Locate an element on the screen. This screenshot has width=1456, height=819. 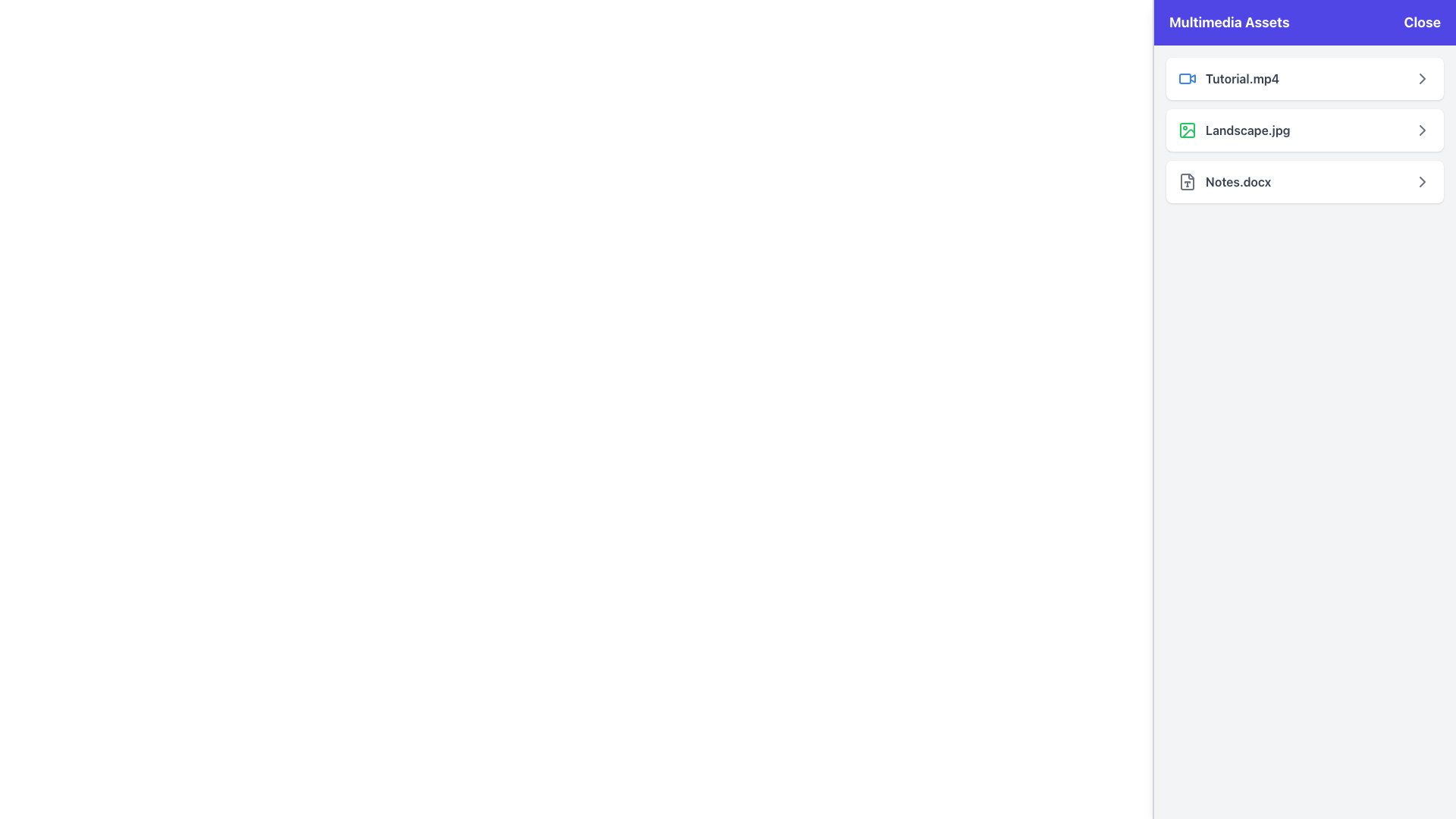
the green square with rounded corners located within the image icon to the left of the 'Landscape.jpg' text label in the 'Multimedia Assets' panel is located at coordinates (1186, 130).